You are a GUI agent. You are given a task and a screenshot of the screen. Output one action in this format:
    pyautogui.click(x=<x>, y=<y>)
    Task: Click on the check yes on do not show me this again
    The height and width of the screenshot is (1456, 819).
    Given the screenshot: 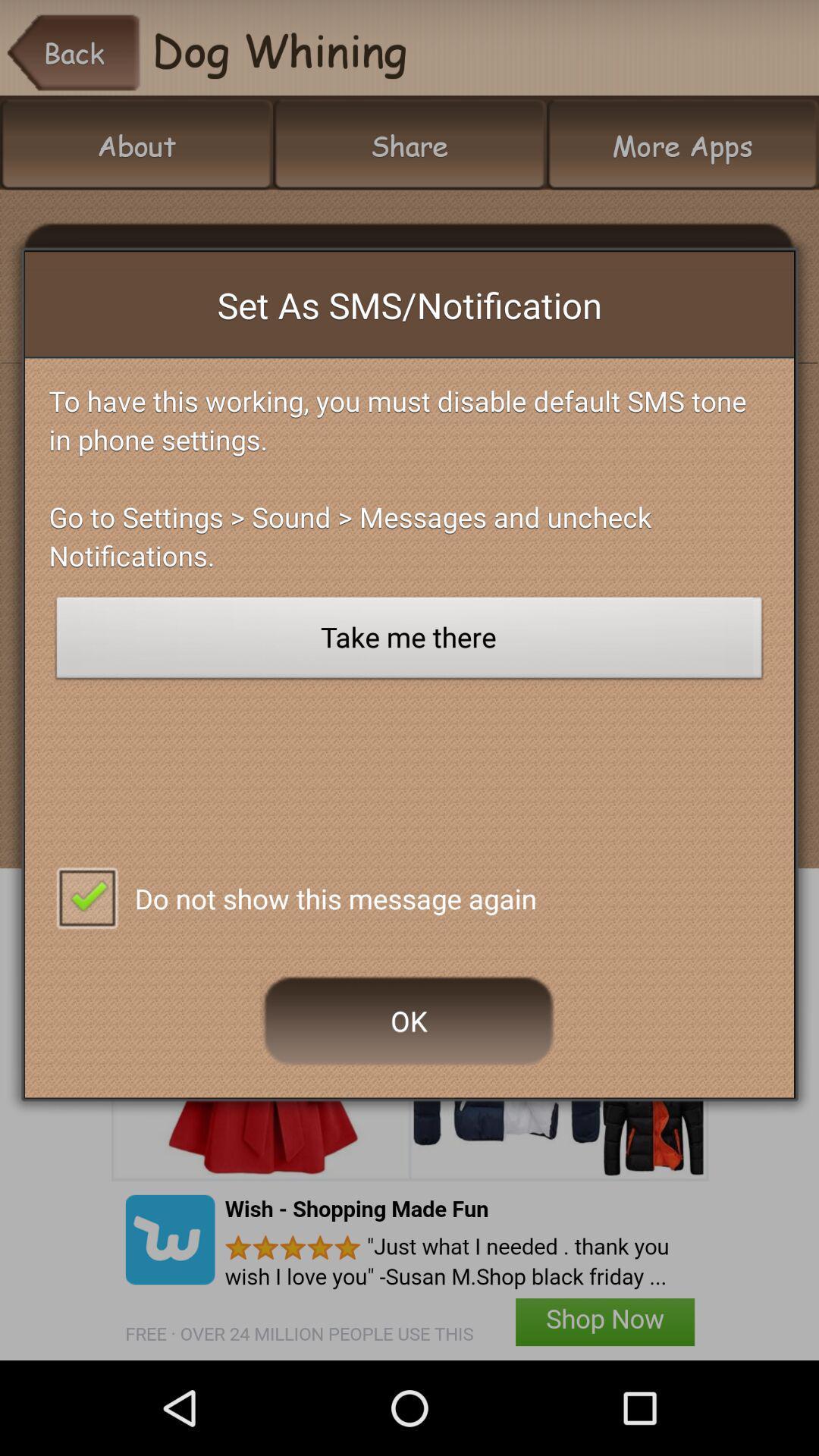 What is the action you would take?
    pyautogui.click(x=86, y=896)
    